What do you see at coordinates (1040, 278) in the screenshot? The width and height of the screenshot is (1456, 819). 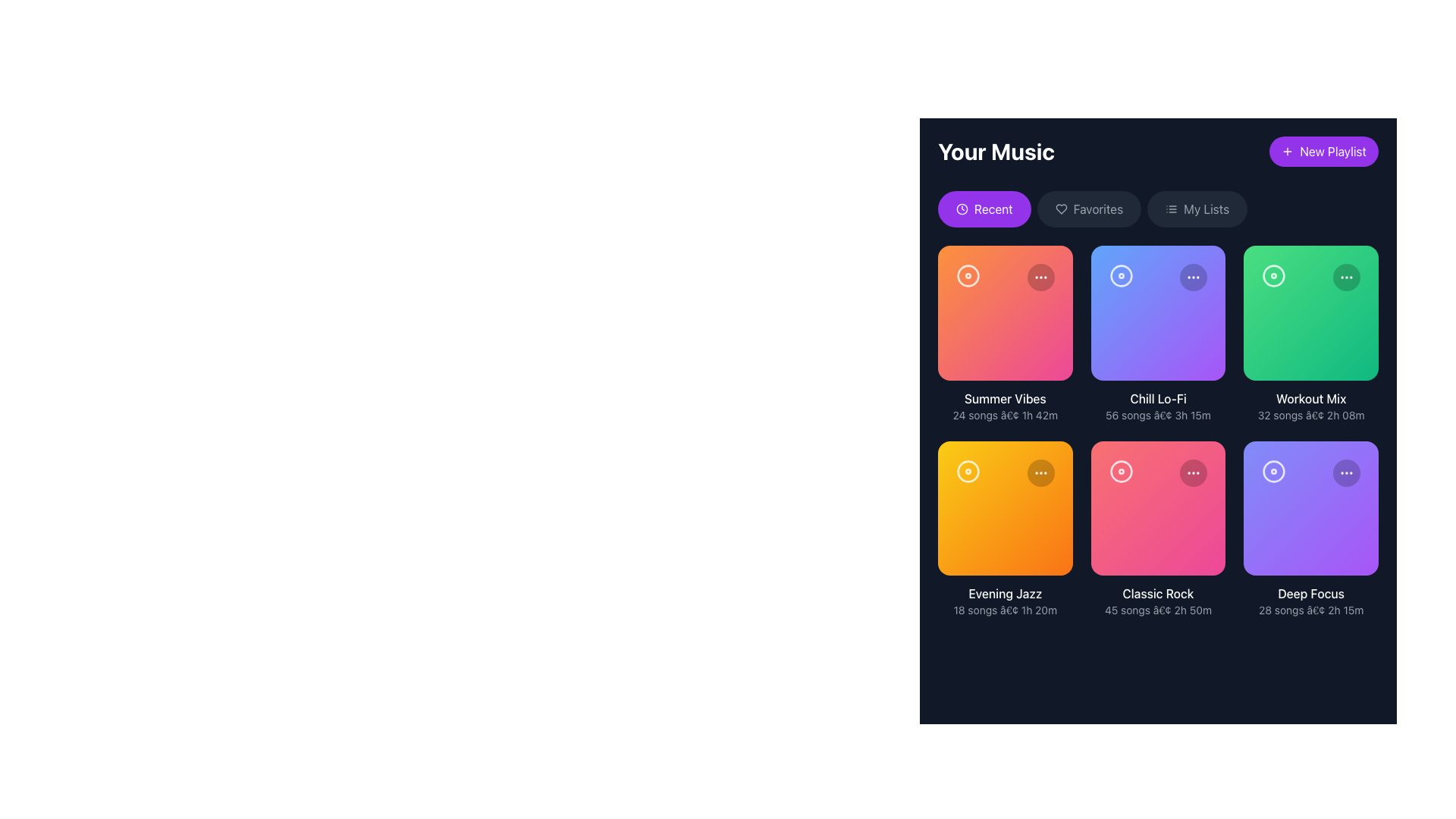 I see `the small circular button with three white dots in the top-right region of the 'Summer Vibes' card` at bounding box center [1040, 278].